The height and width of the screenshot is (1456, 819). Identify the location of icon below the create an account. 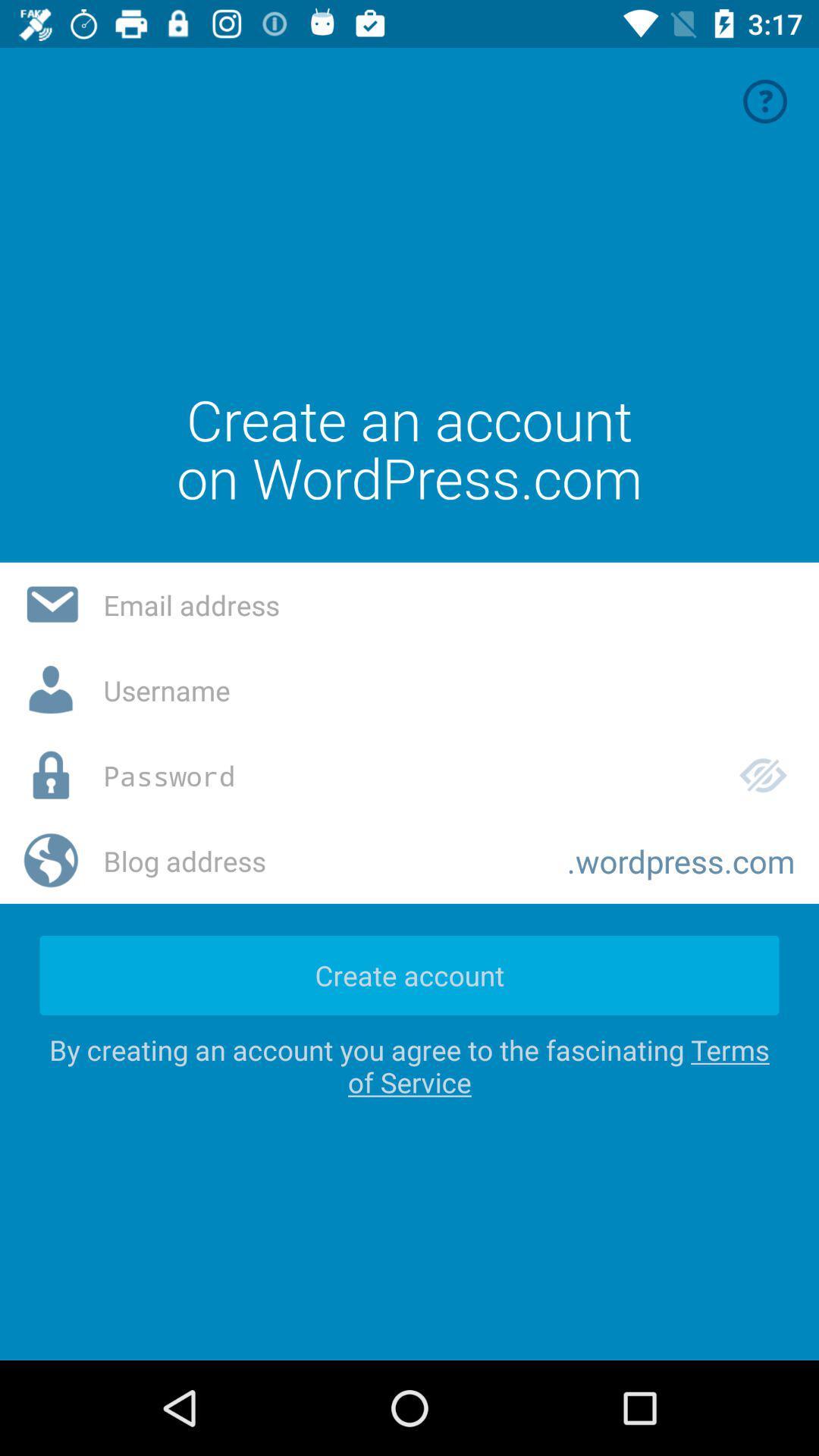
(448, 604).